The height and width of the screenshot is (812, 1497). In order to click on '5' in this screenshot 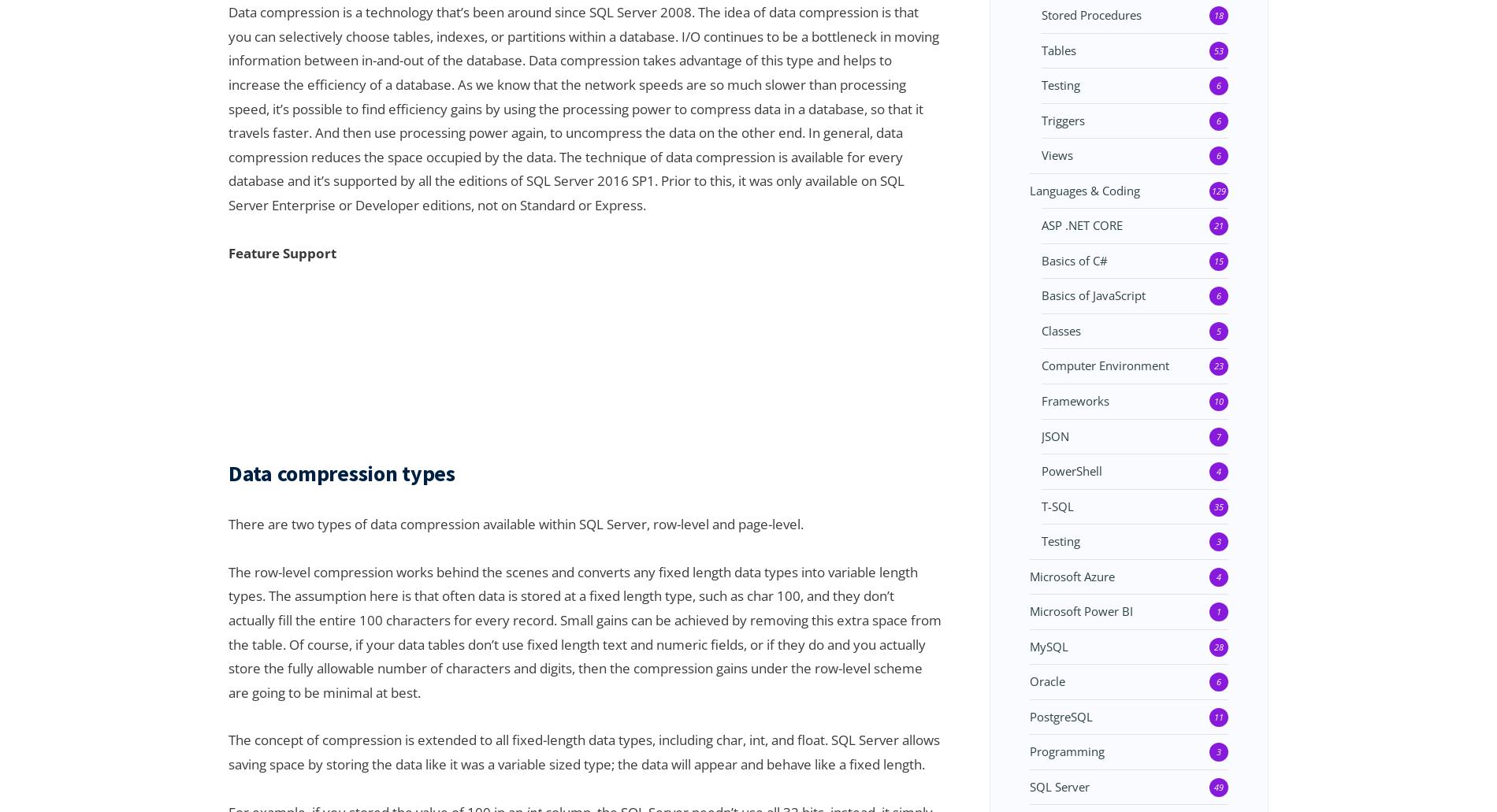, I will do `click(1218, 330)`.